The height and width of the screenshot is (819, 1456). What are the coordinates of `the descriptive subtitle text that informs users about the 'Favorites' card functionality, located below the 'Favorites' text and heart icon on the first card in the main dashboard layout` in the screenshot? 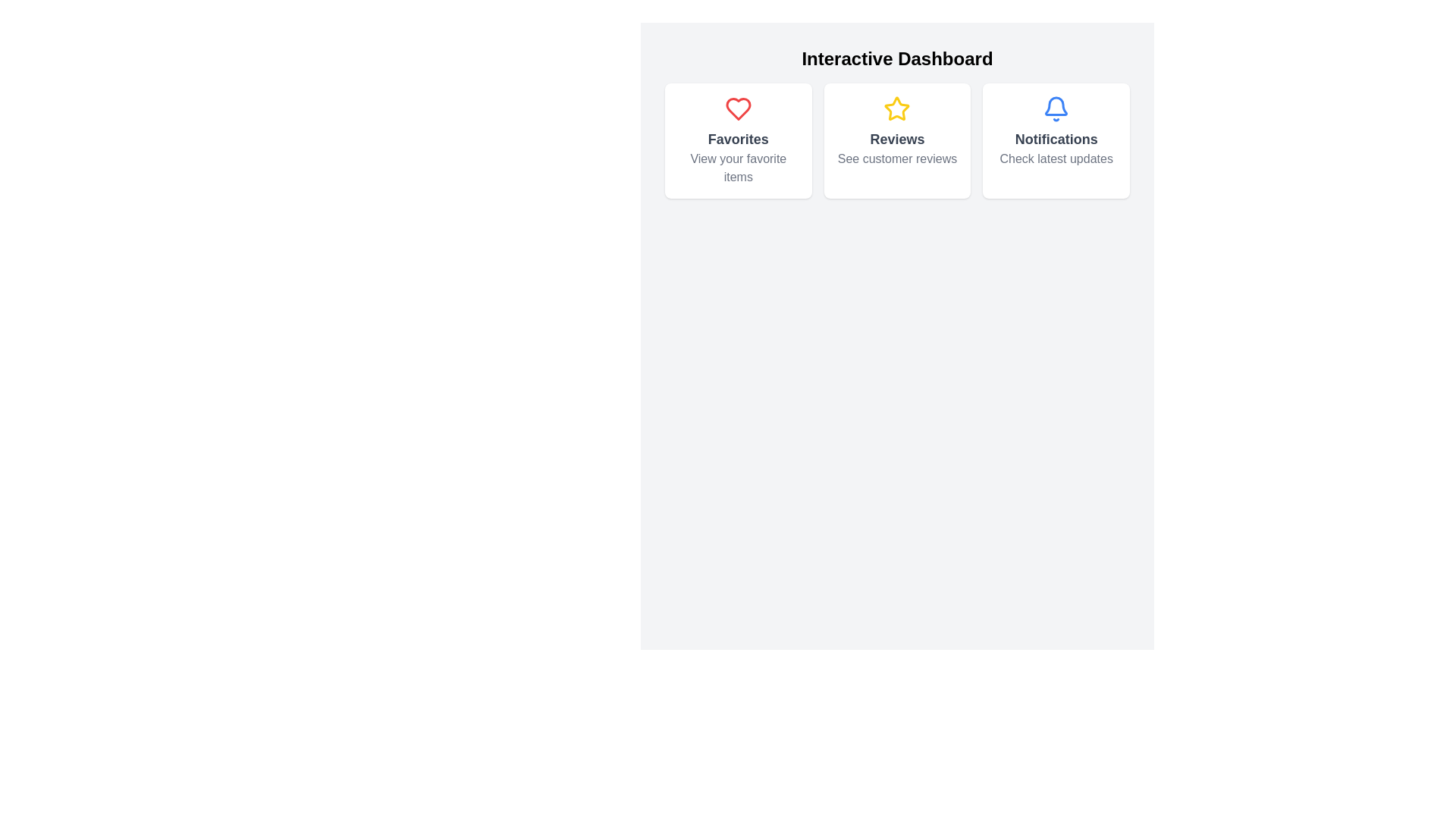 It's located at (738, 168).